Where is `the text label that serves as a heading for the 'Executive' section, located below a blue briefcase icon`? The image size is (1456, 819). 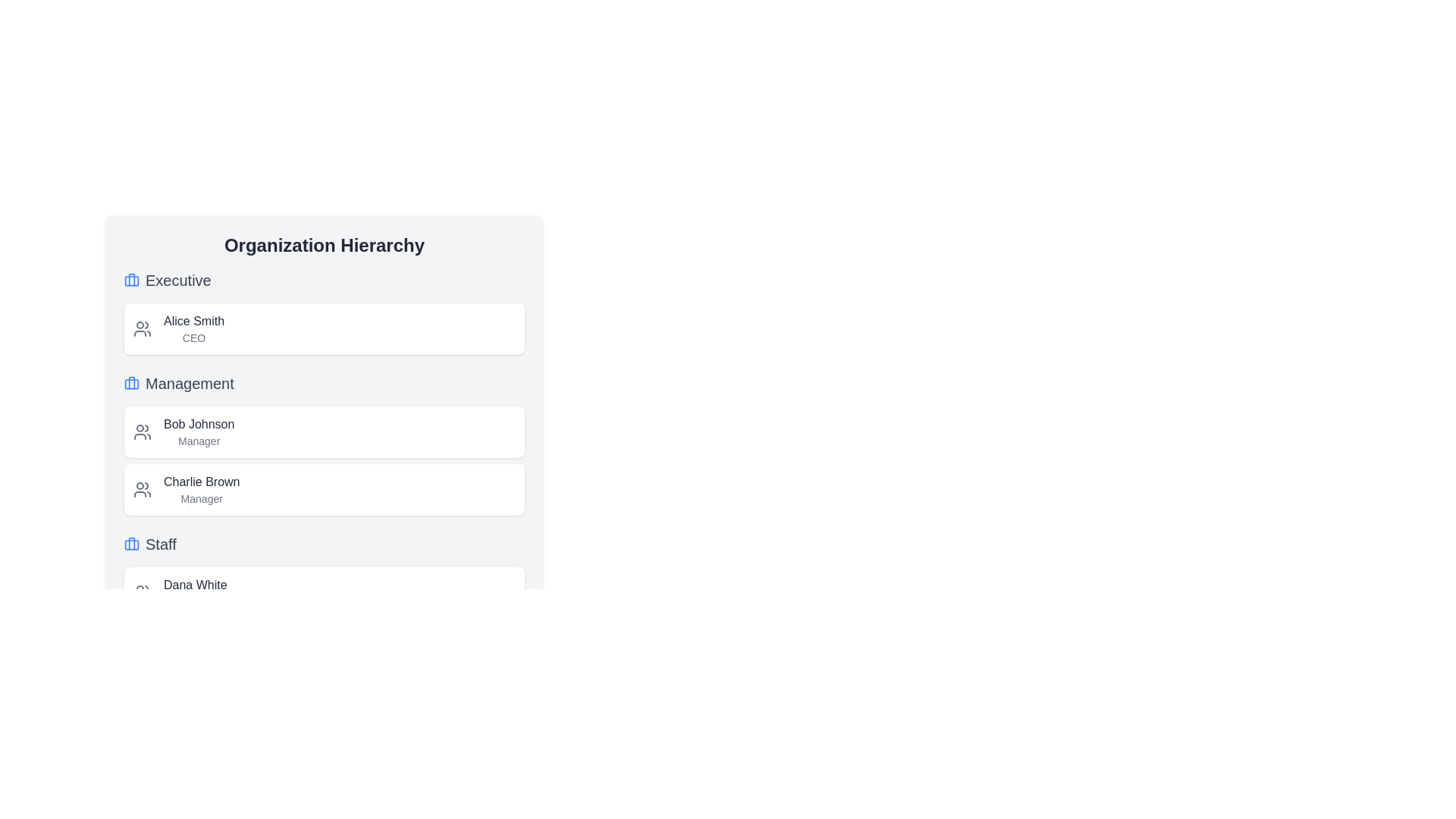
the text label that serves as a heading for the 'Executive' section, located below a blue briefcase icon is located at coordinates (178, 281).